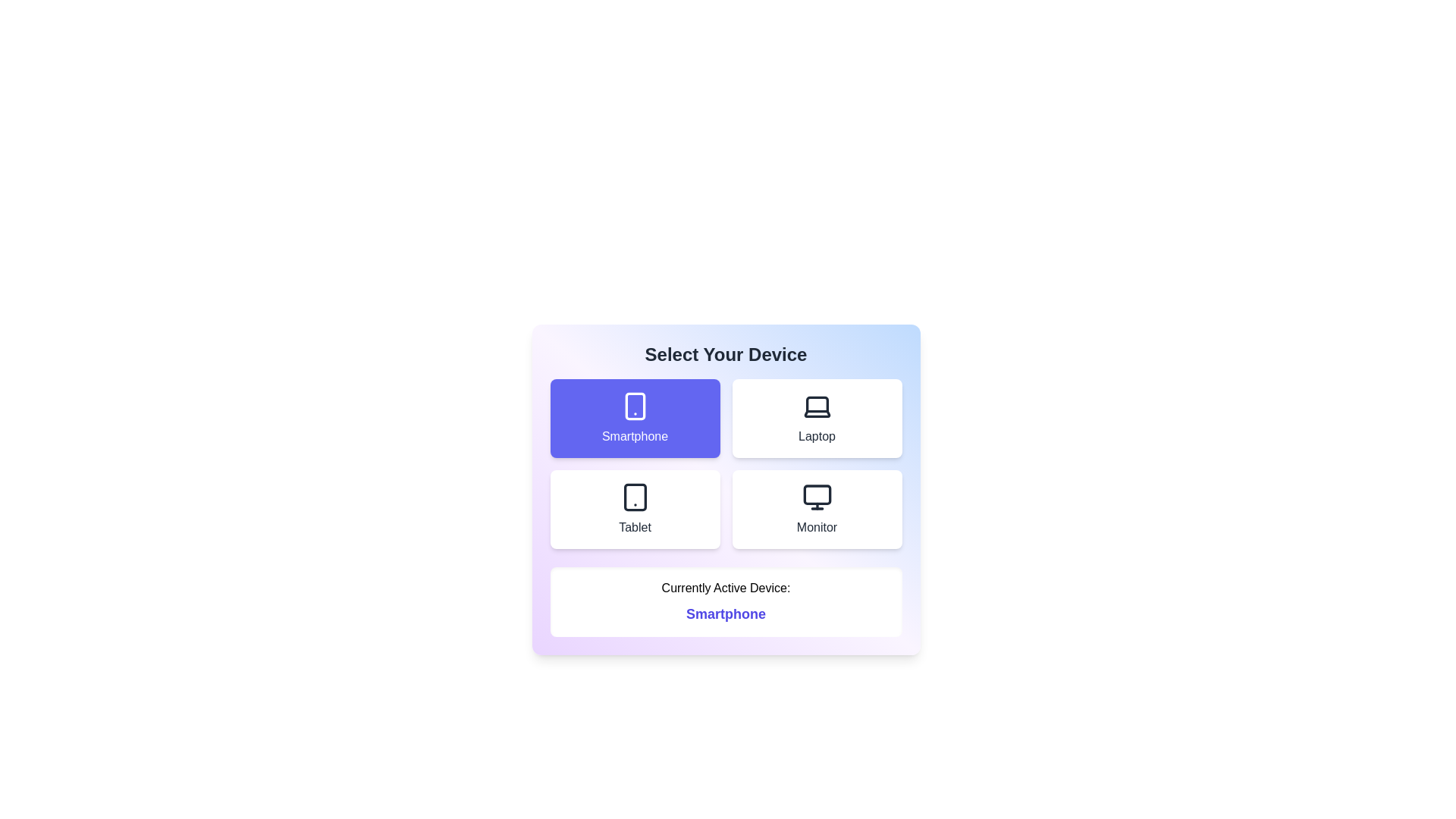 Image resolution: width=1456 pixels, height=819 pixels. I want to click on the device Smartphone from the options, so click(635, 418).